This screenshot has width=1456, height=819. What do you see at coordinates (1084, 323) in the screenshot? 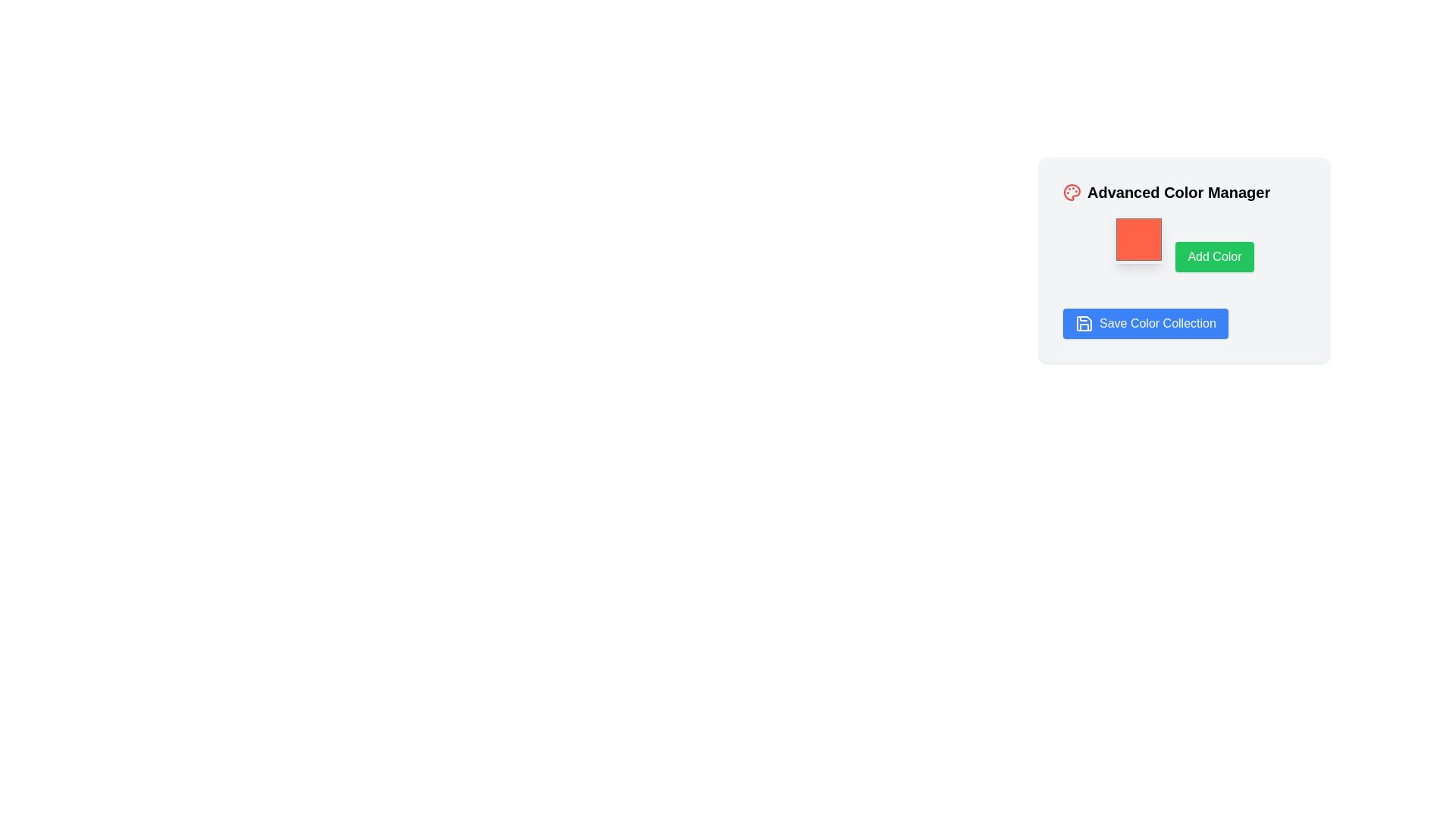
I see `the save icon located on the left side of the 'Save Color Collection' button, which visually reinforces the save action` at bounding box center [1084, 323].